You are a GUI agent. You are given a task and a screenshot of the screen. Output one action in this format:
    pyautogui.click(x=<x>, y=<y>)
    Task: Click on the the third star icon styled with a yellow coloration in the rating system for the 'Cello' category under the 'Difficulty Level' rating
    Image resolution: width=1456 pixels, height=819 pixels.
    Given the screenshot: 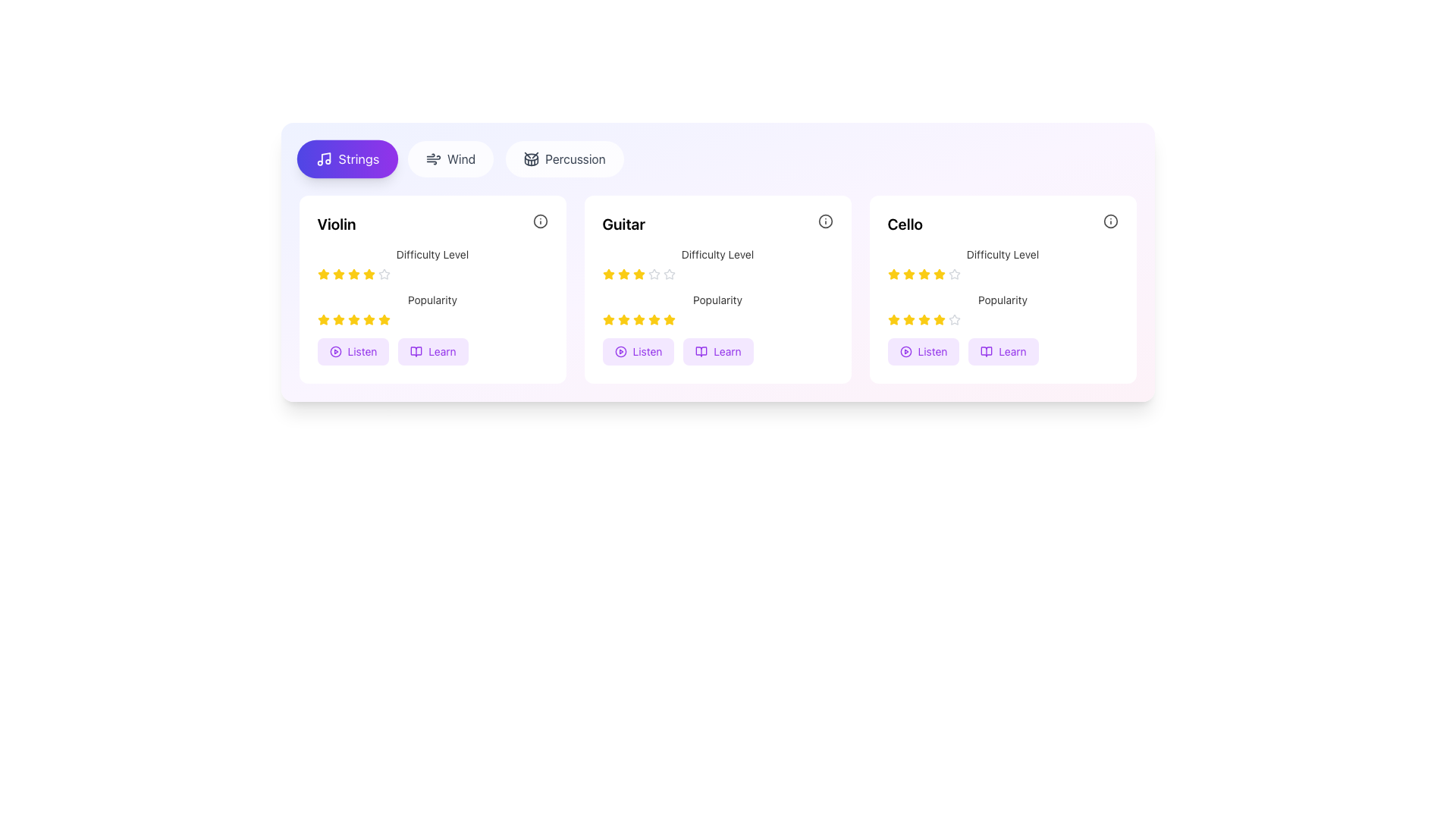 What is the action you would take?
    pyautogui.click(x=908, y=275)
    